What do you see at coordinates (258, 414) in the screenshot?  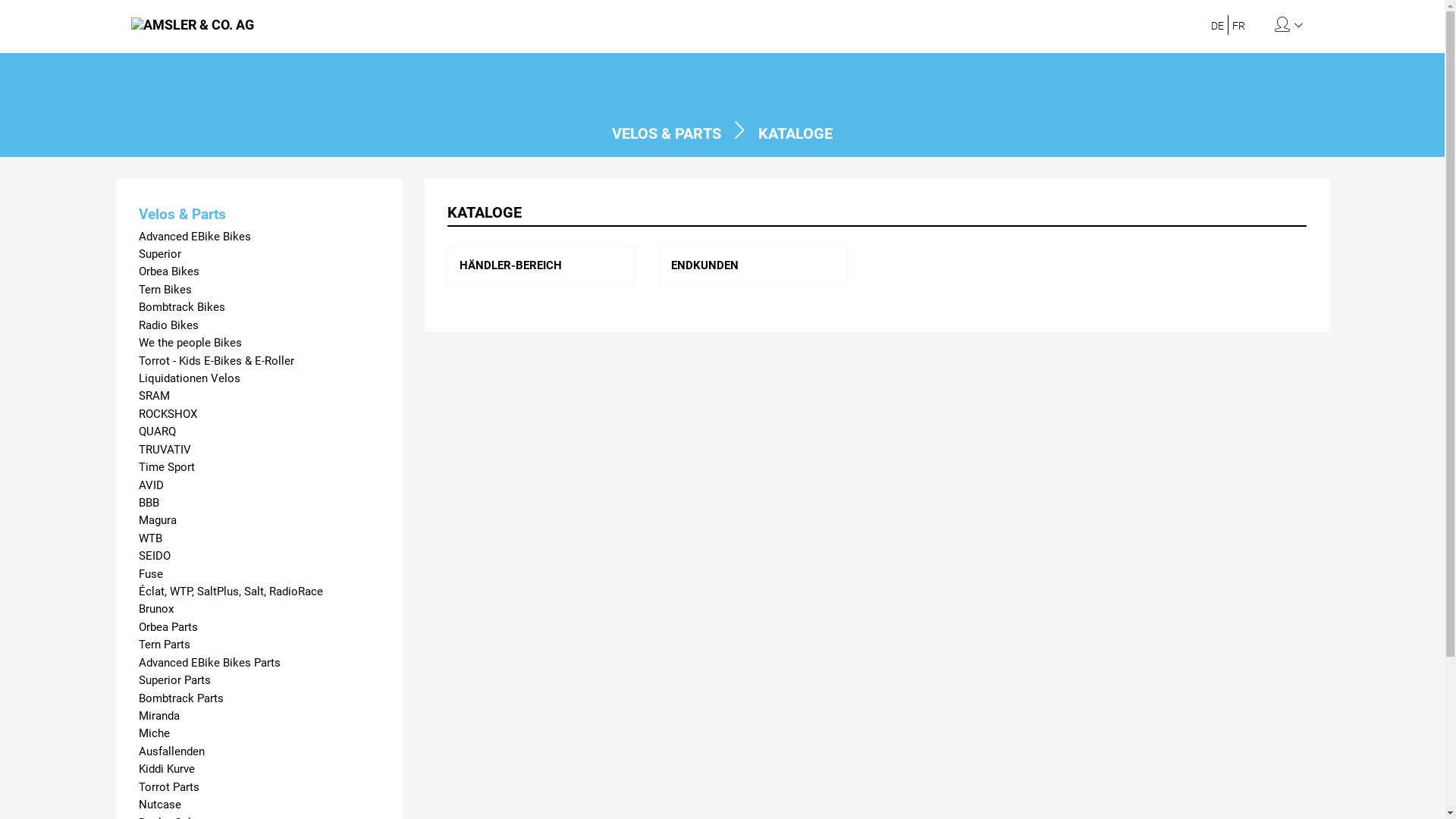 I see `'ROCKSHOX'` at bounding box center [258, 414].